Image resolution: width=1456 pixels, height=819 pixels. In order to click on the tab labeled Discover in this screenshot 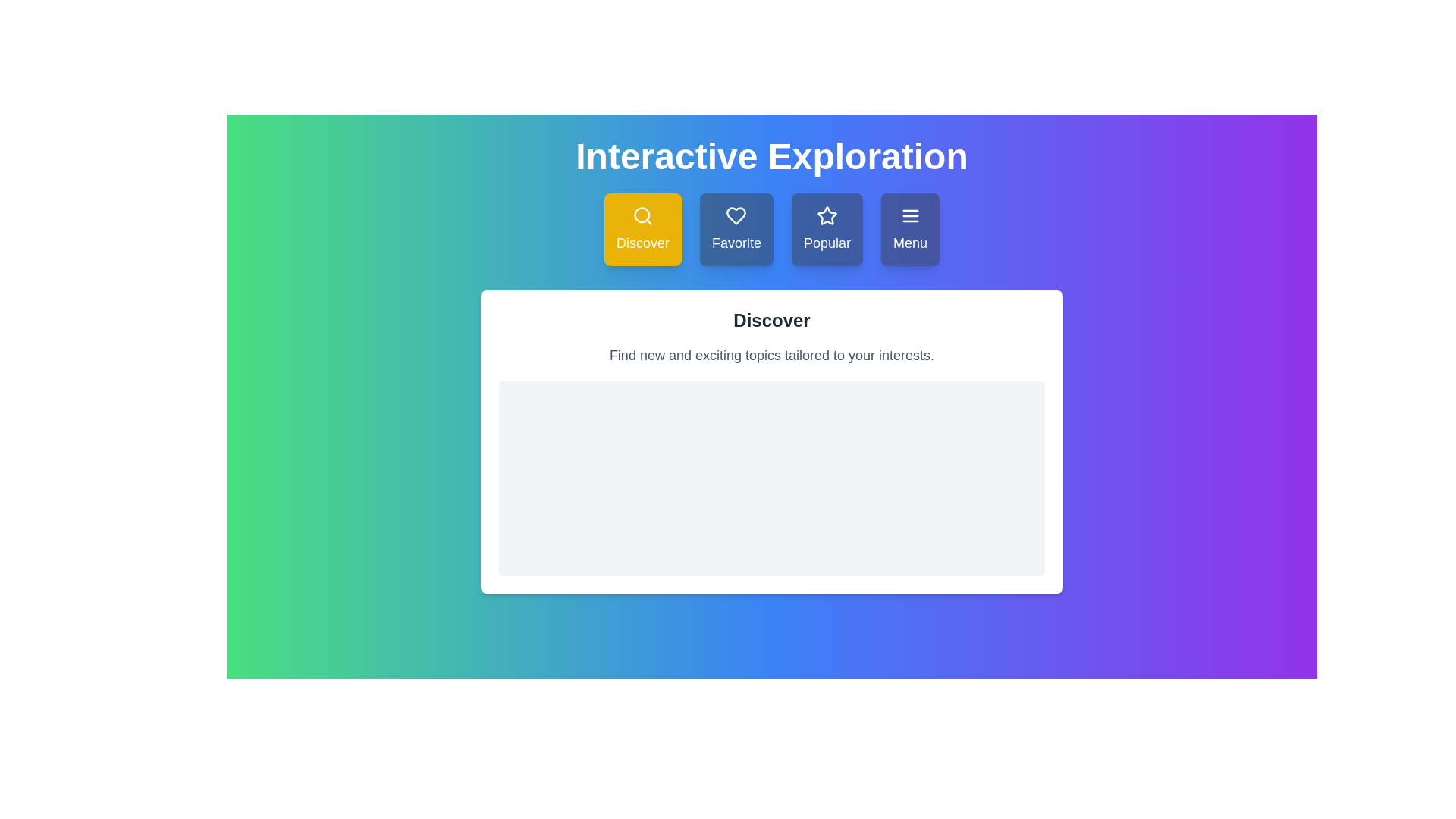, I will do `click(642, 230)`.